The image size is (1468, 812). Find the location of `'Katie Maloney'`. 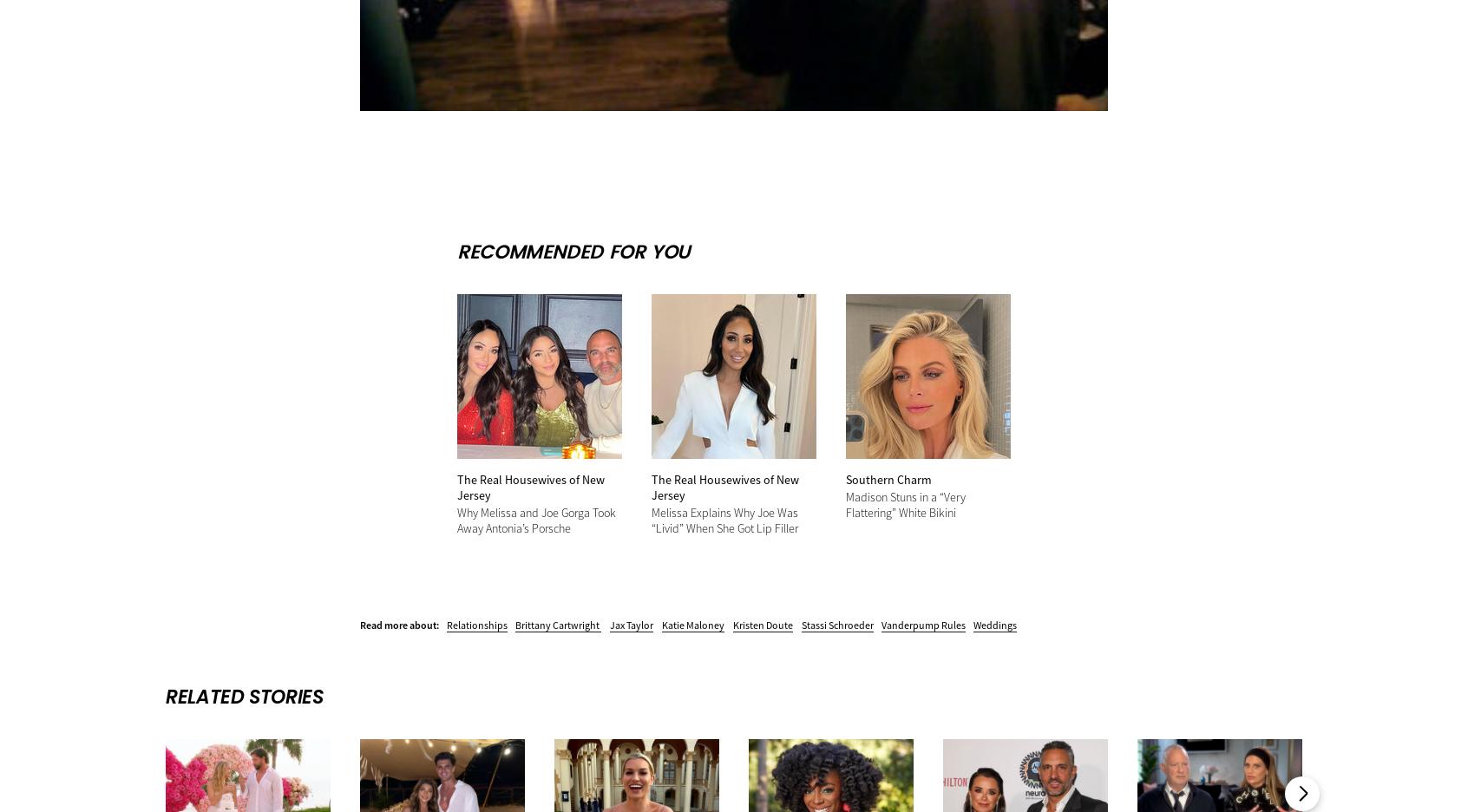

'Katie Maloney' is located at coordinates (692, 623).